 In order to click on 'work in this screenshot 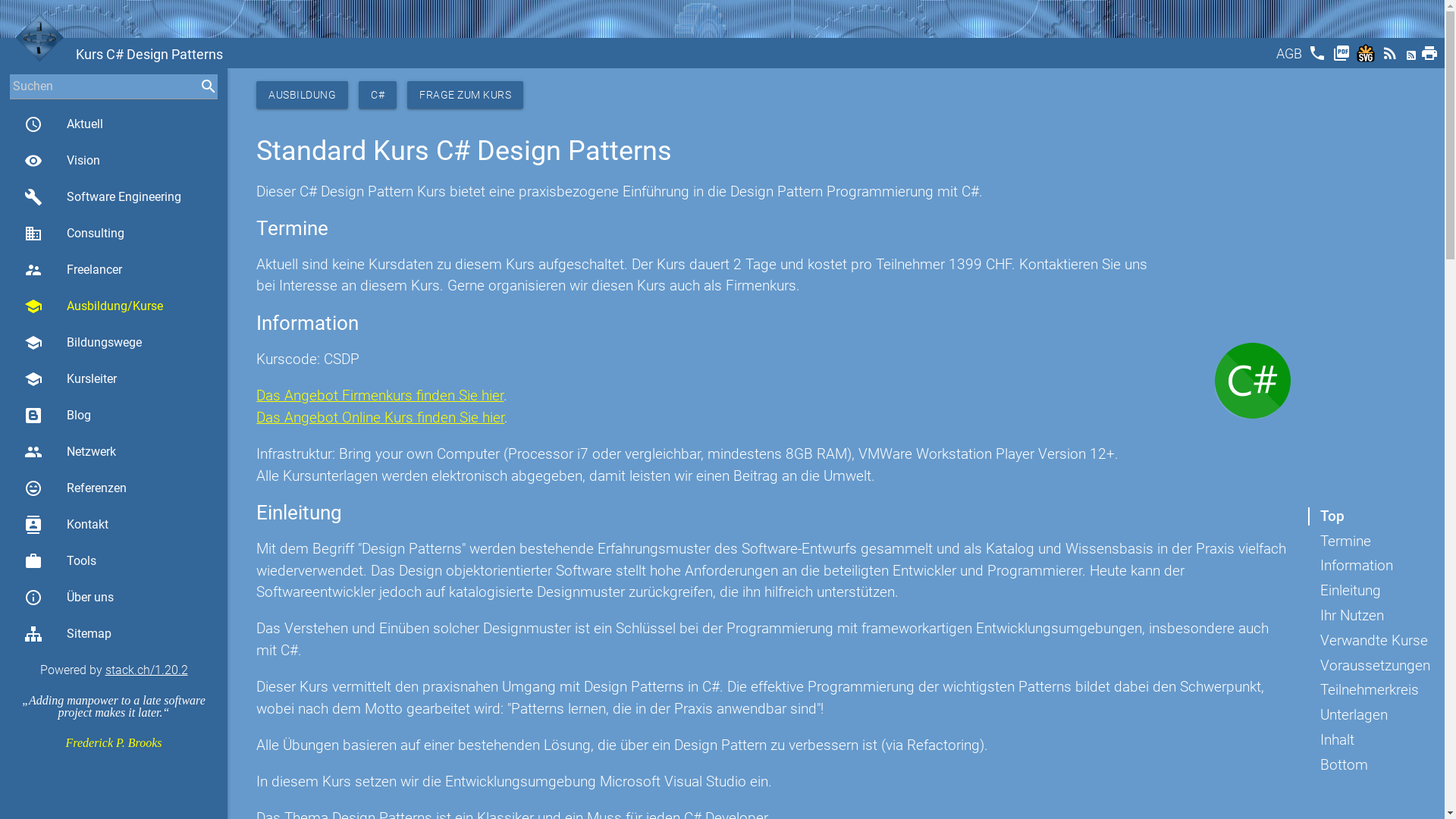, I will do `click(112, 561)`.